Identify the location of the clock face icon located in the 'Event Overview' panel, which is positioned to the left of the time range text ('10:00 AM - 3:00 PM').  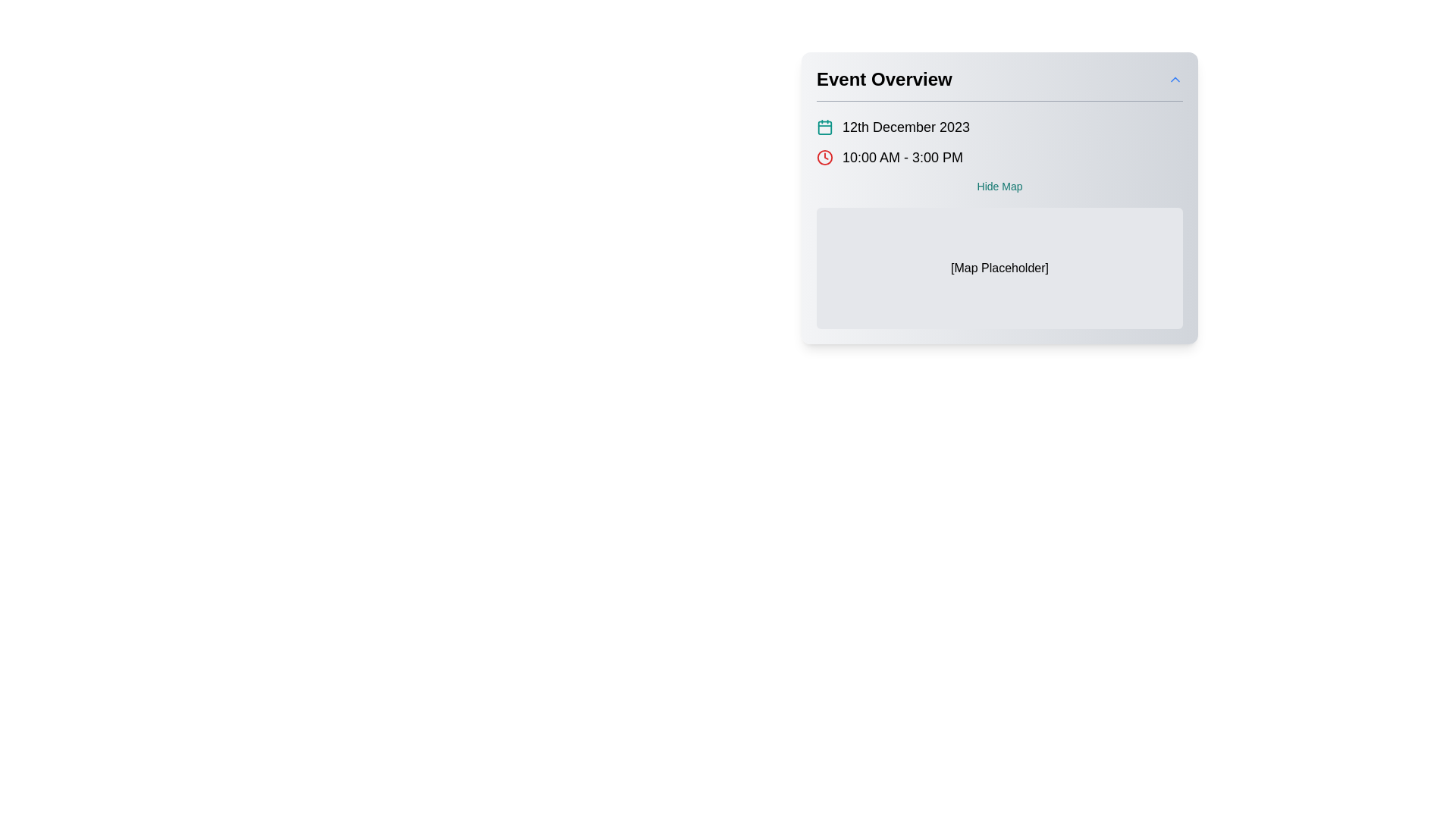
(824, 158).